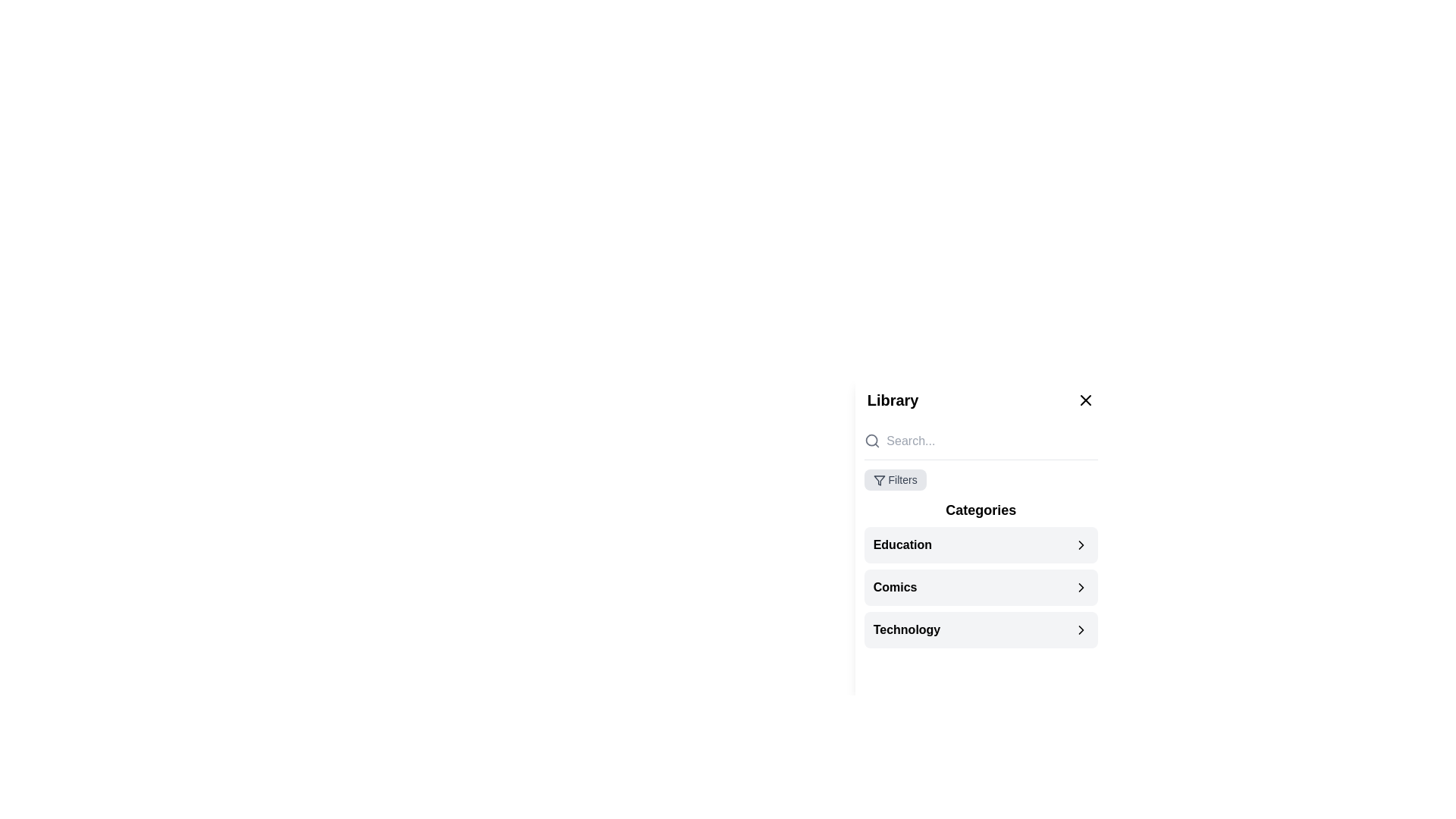 The image size is (1456, 819). What do you see at coordinates (1080, 587) in the screenshot?
I see `the right-side chevron icon indicating the expandable 'Comics' category` at bounding box center [1080, 587].